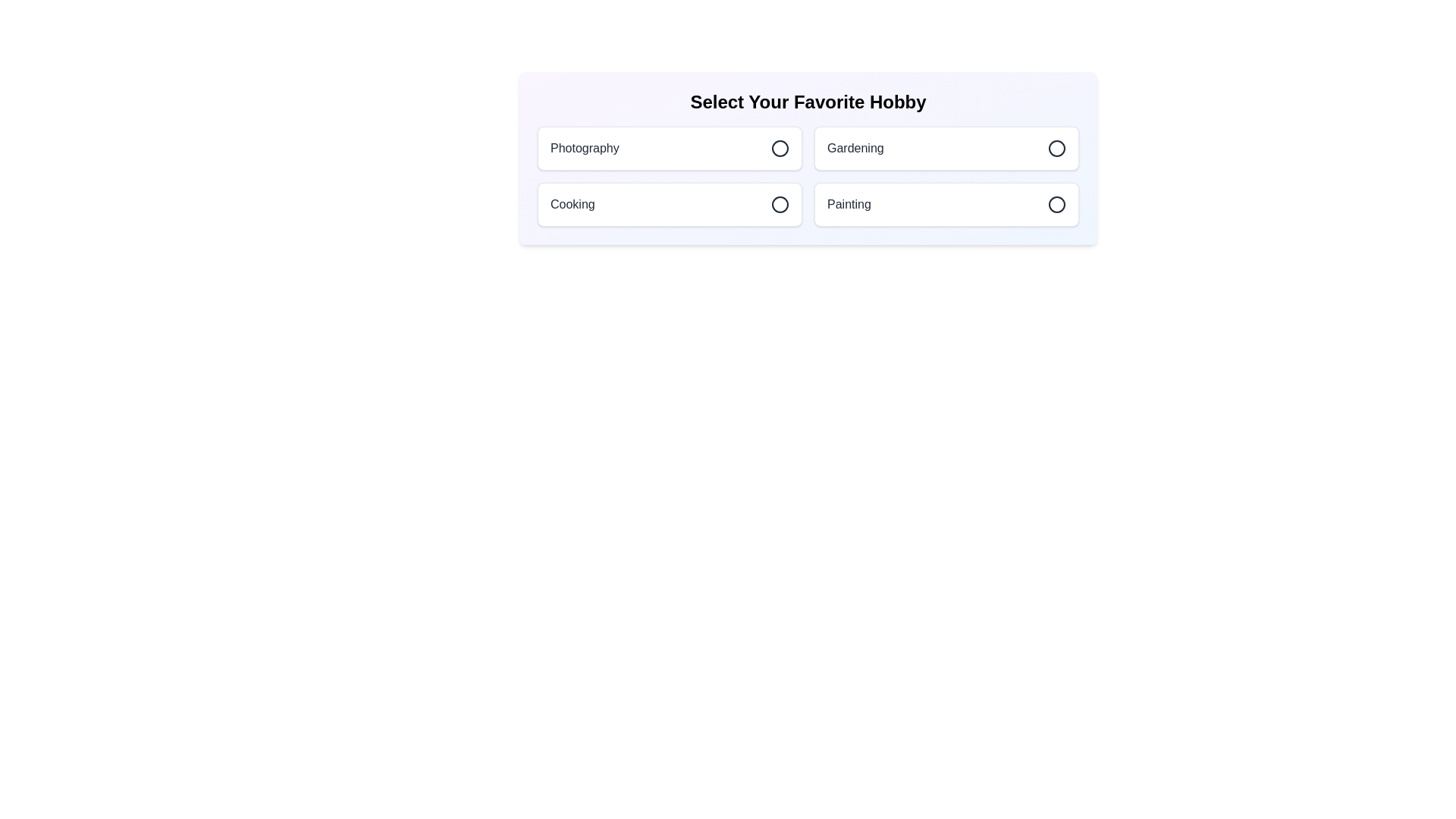 The width and height of the screenshot is (1456, 819). I want to click on the circular radio button located in the 'Cooking' card on the right side of the text content, so click(780, 205).